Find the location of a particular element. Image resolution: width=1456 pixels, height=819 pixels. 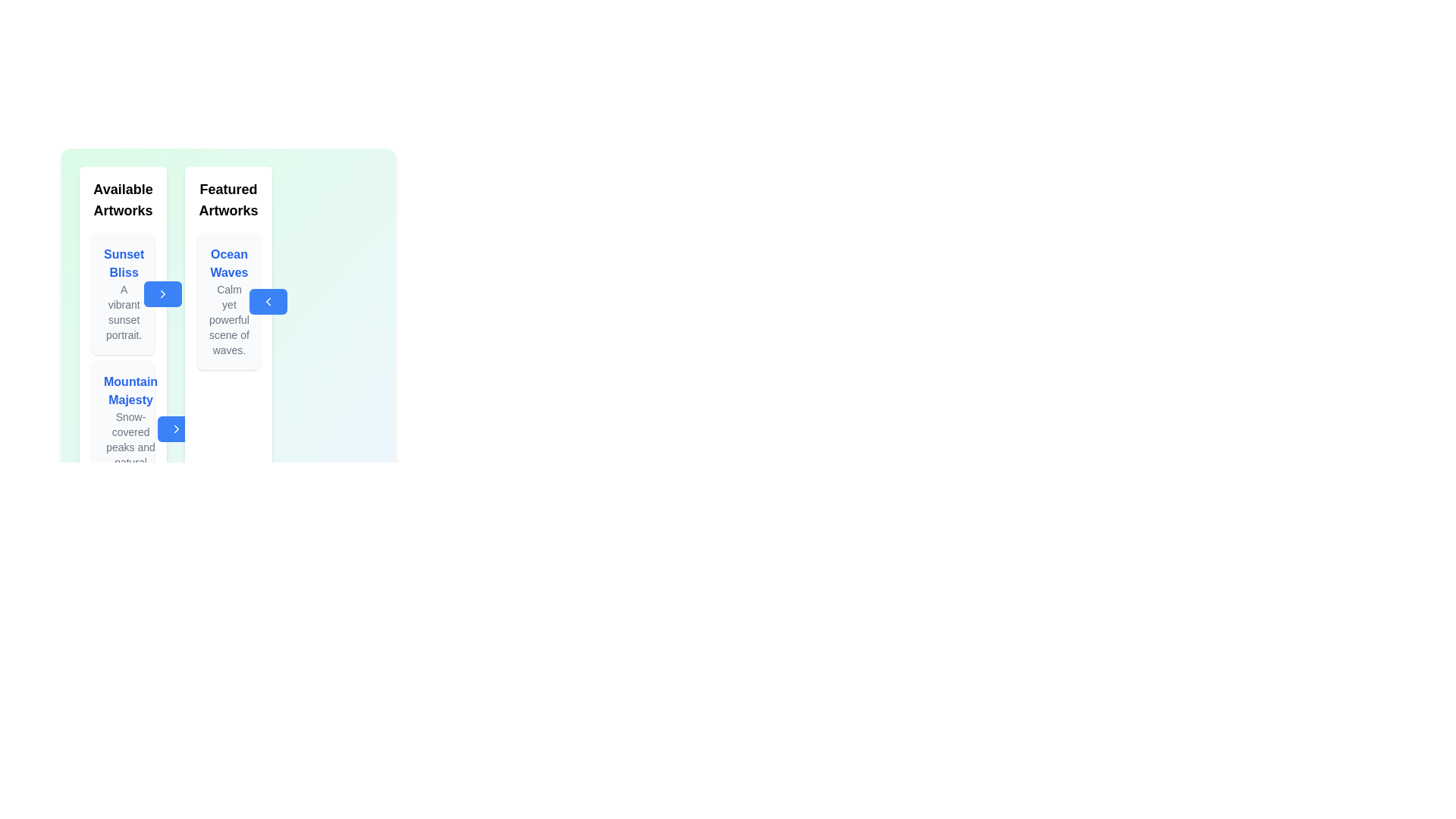

the details of the artwork titled Ocean Waves is located at coordinates (228, 301).